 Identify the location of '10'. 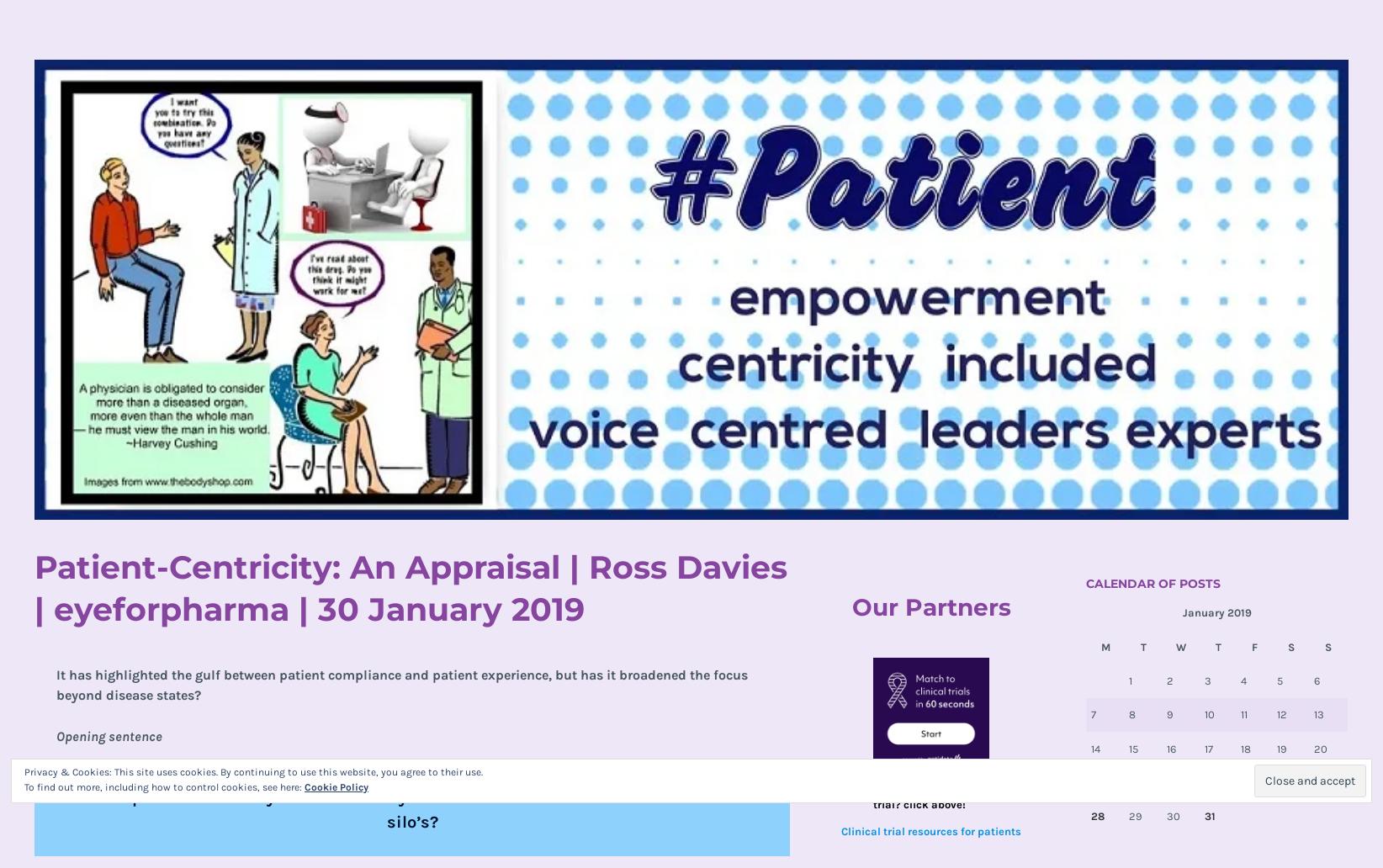
(1208, 714).